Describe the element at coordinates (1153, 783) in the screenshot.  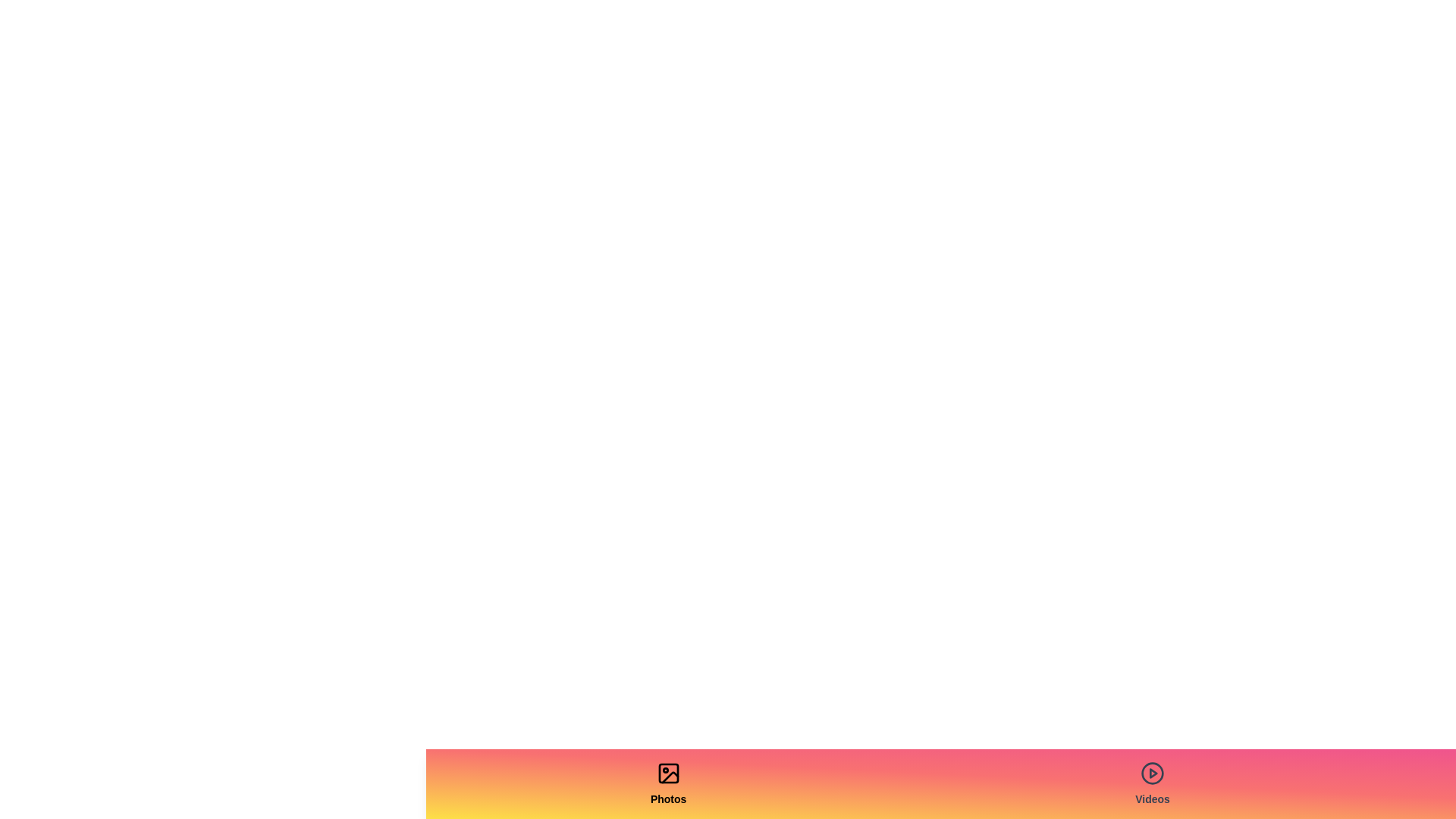
I see `the tab labeled Videos to observe its hover animation effect` at that location.